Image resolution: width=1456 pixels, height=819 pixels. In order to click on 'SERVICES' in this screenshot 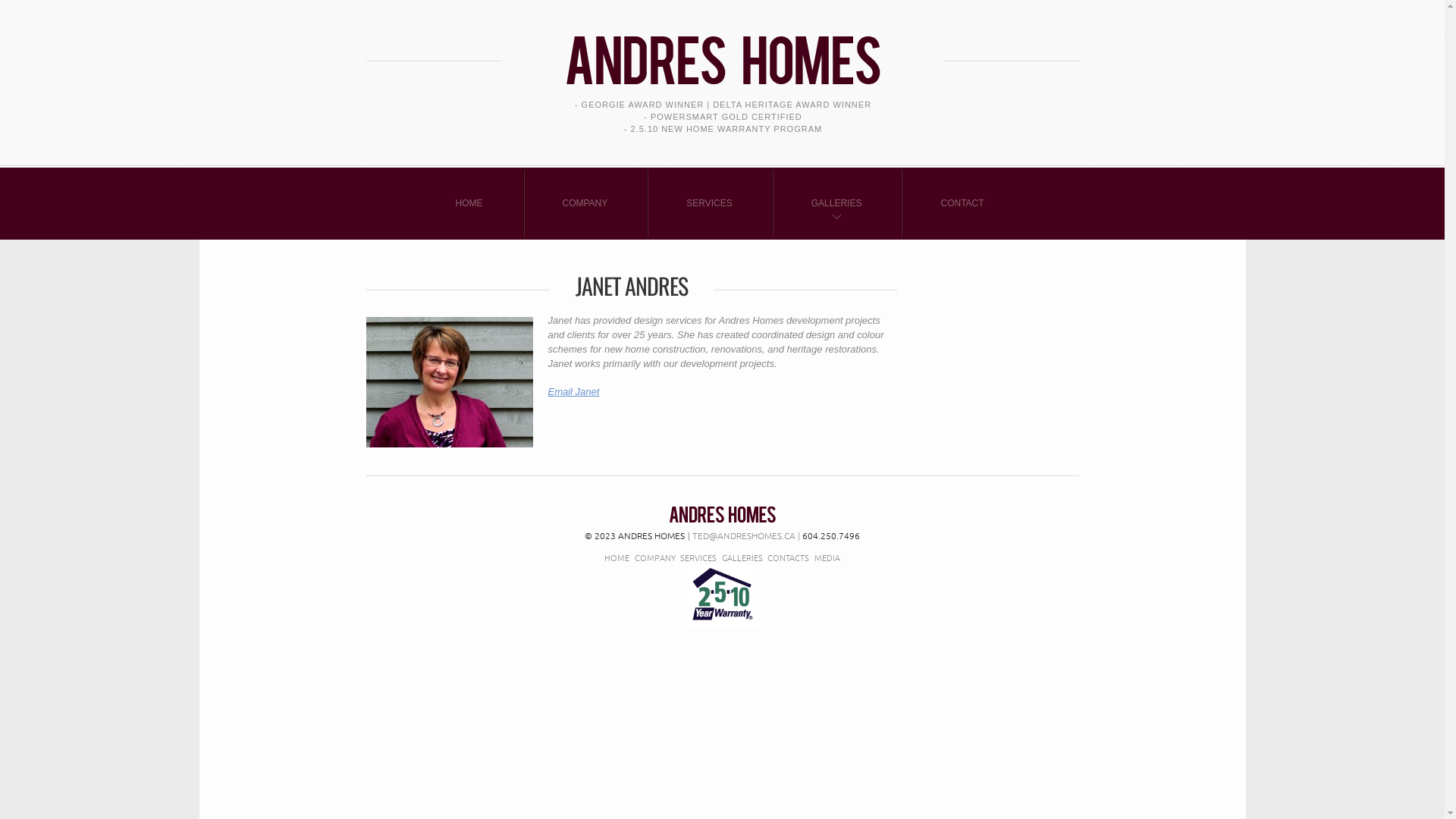, I will do `click(698, 557)`.